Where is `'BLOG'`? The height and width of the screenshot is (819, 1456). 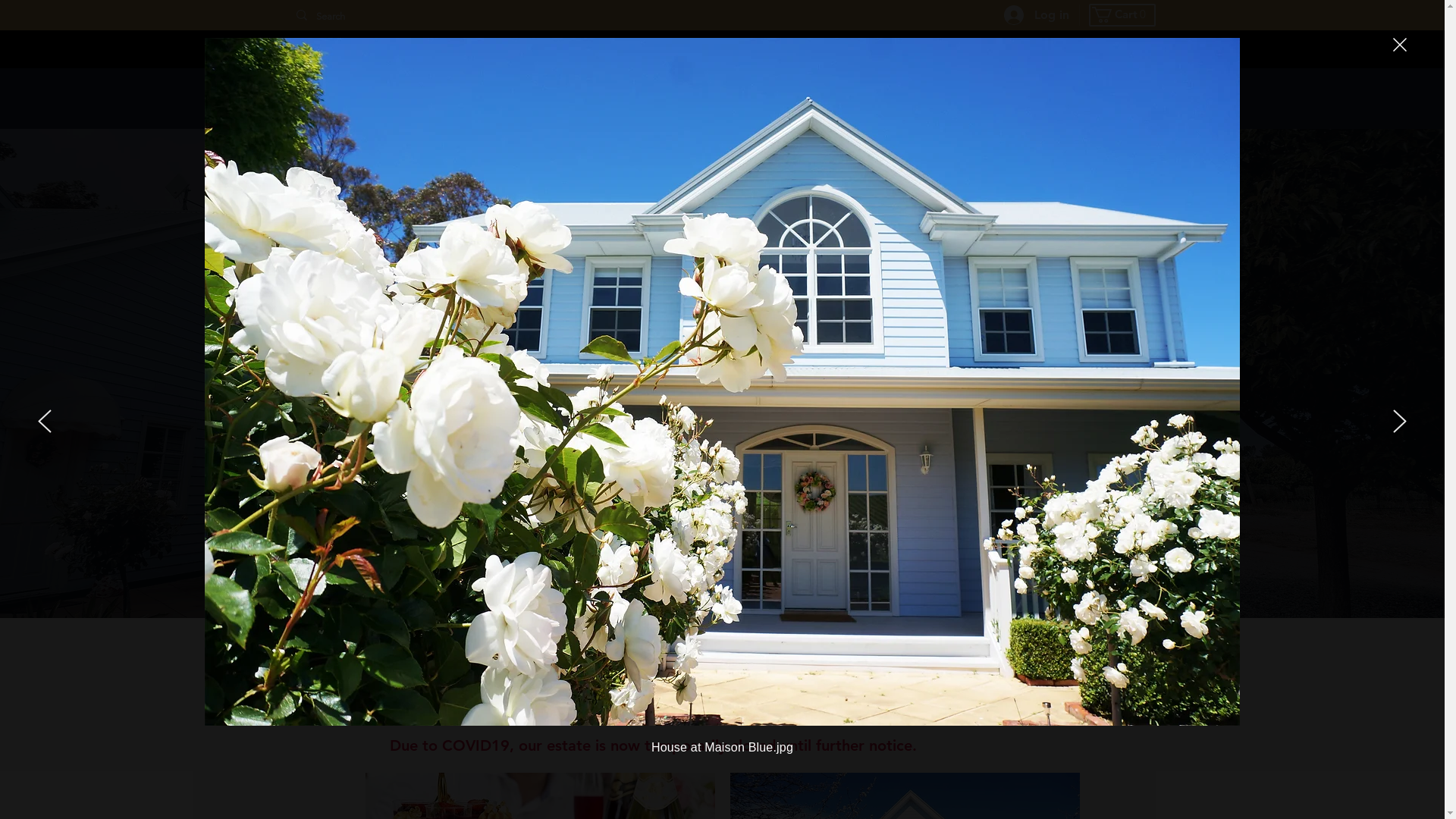
'BLOG' is located at coordinates (987, 99).